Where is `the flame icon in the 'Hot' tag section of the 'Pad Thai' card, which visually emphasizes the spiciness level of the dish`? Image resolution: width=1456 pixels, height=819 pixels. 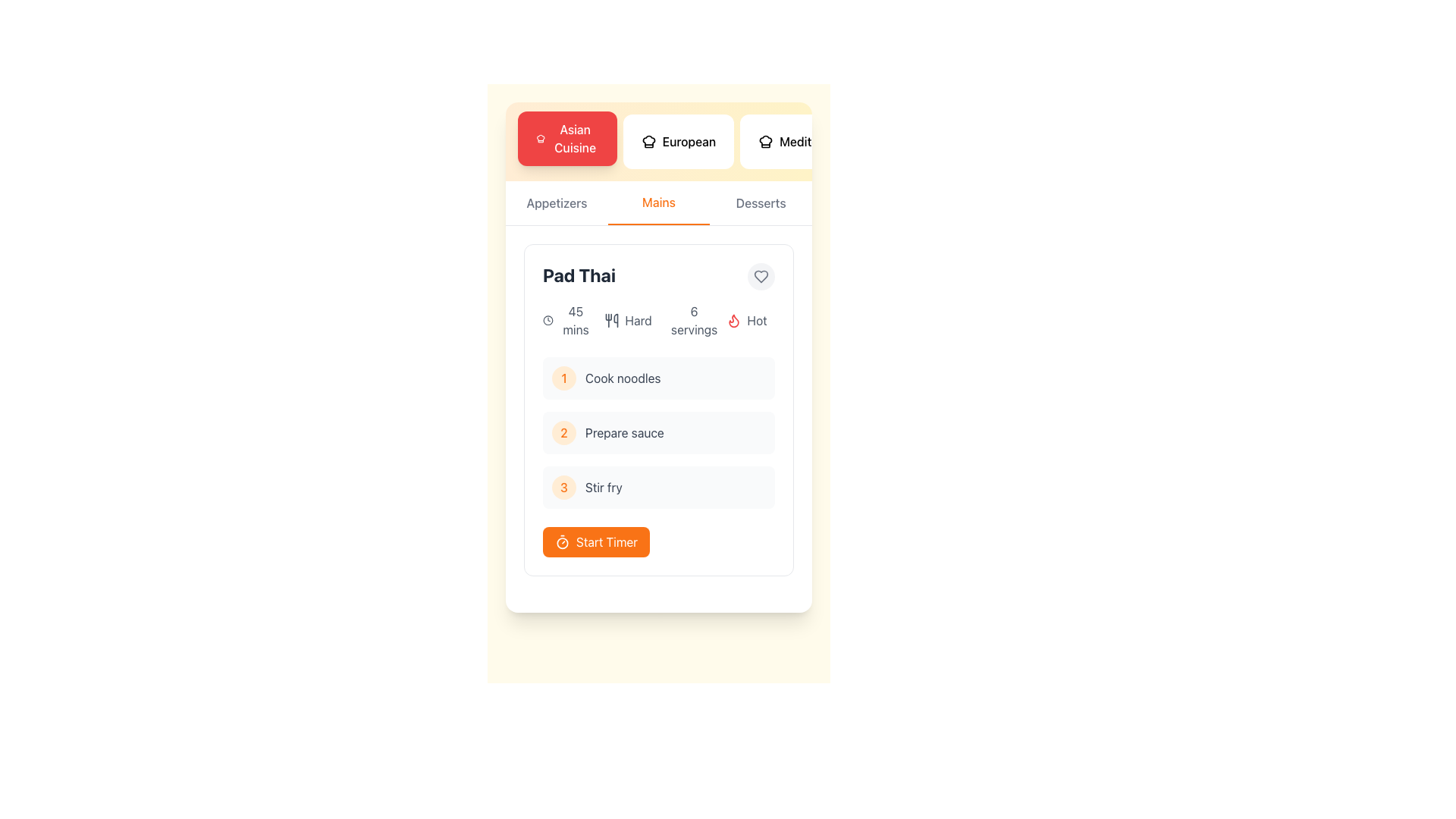
the flame icon in the 'Hot' tag section of the 'Pad Thai' card, which visually emphasizes the spiciness level of the dish is located at coordinates (733, 320).